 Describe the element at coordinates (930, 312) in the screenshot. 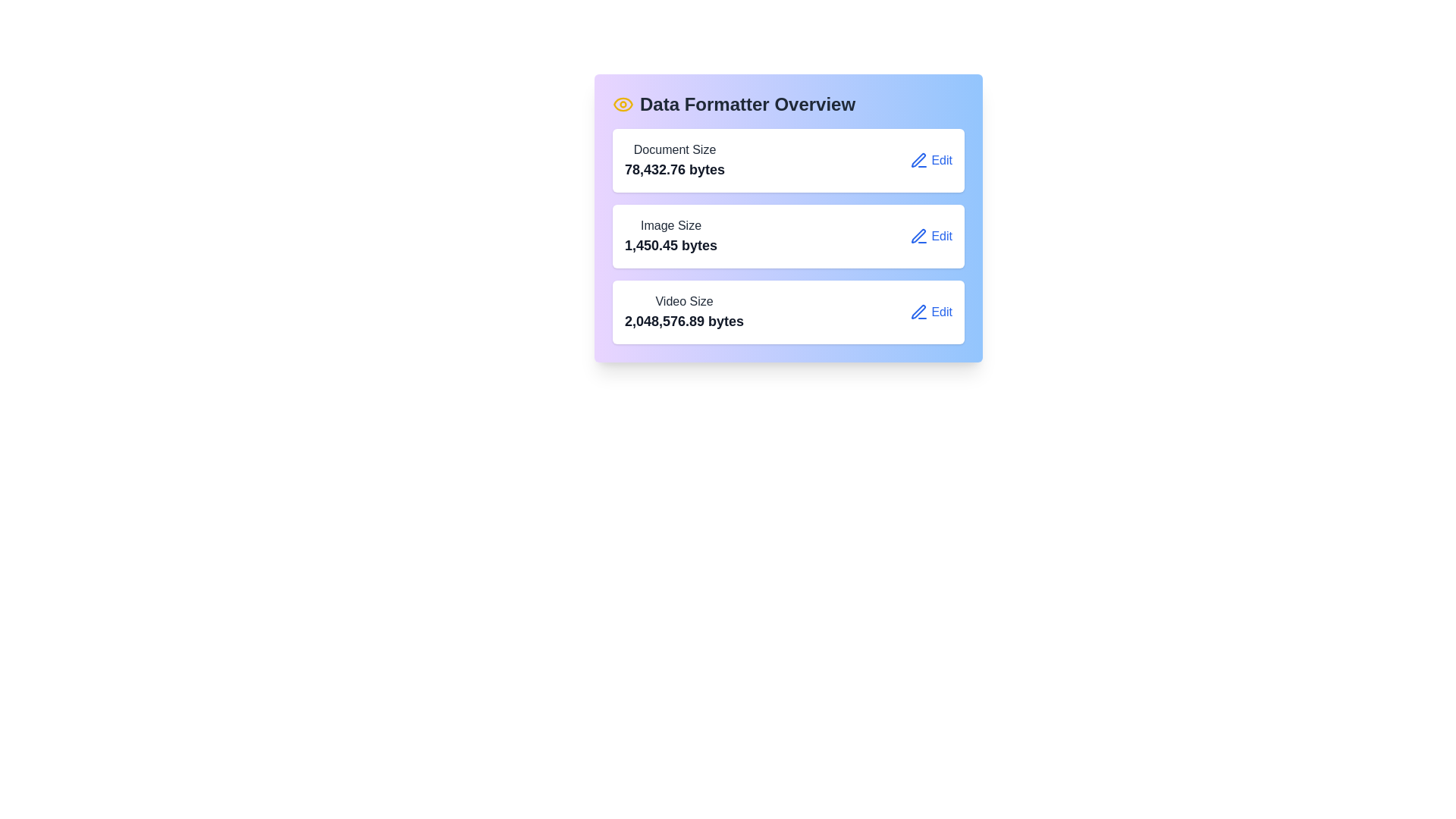

I see `the blue 'Edit' button with a pen icon, located in the 'Video Size' section, to alter its appearance` at that location.